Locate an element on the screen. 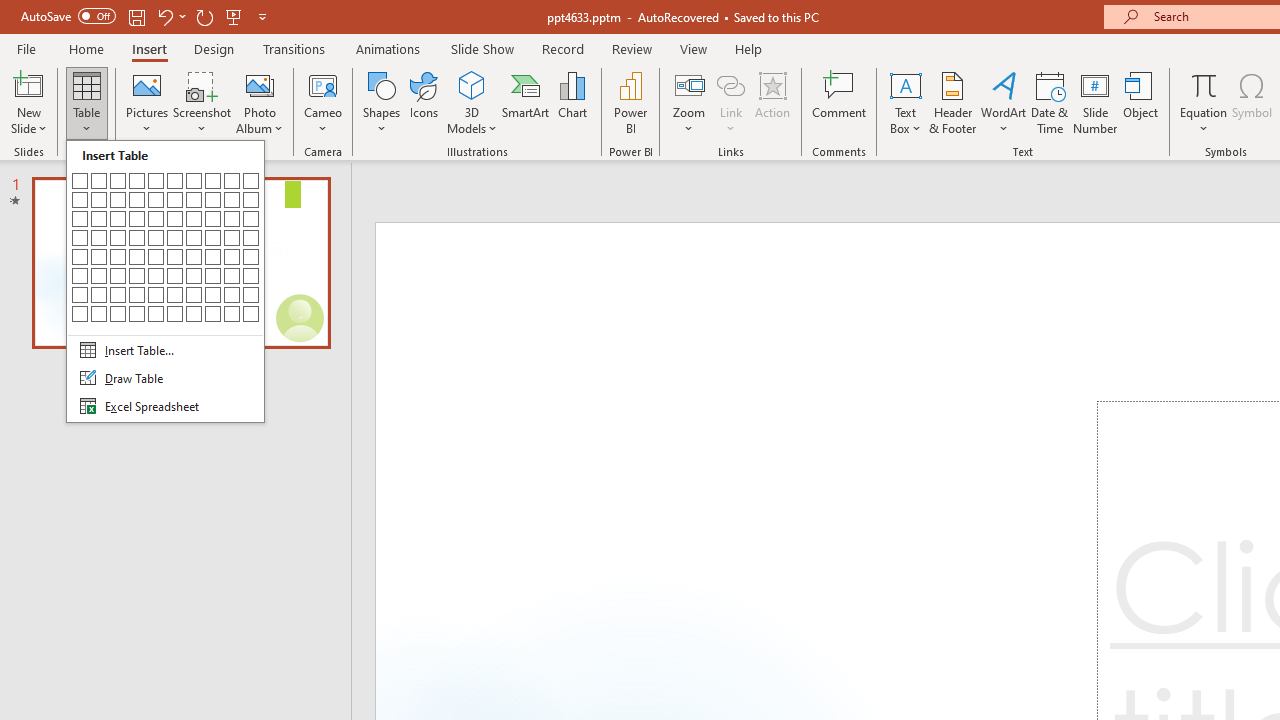  'Slide Number' is located at coordinates (1094, 103).